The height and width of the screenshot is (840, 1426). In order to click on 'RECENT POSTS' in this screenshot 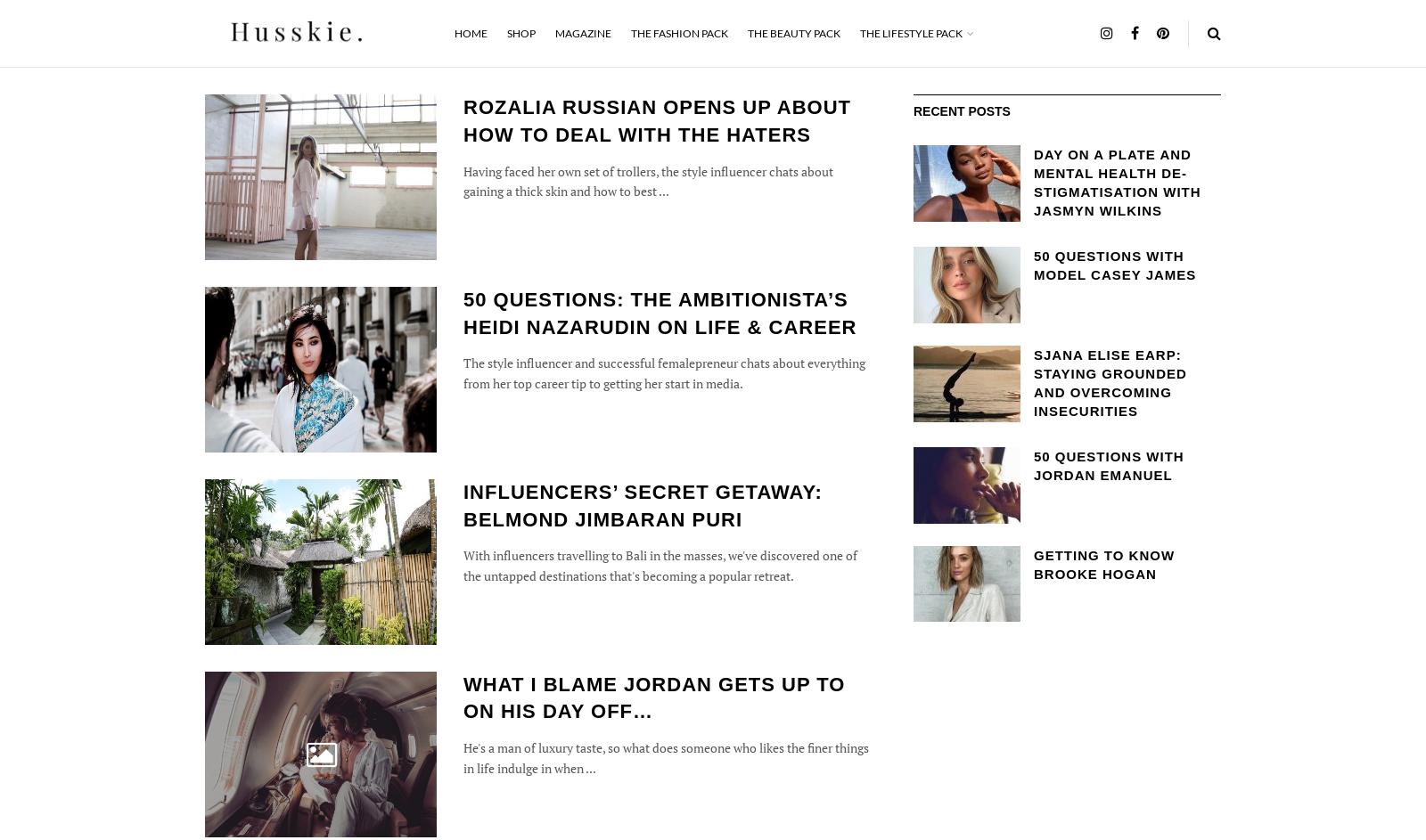, I will do `click(962, 111)`.